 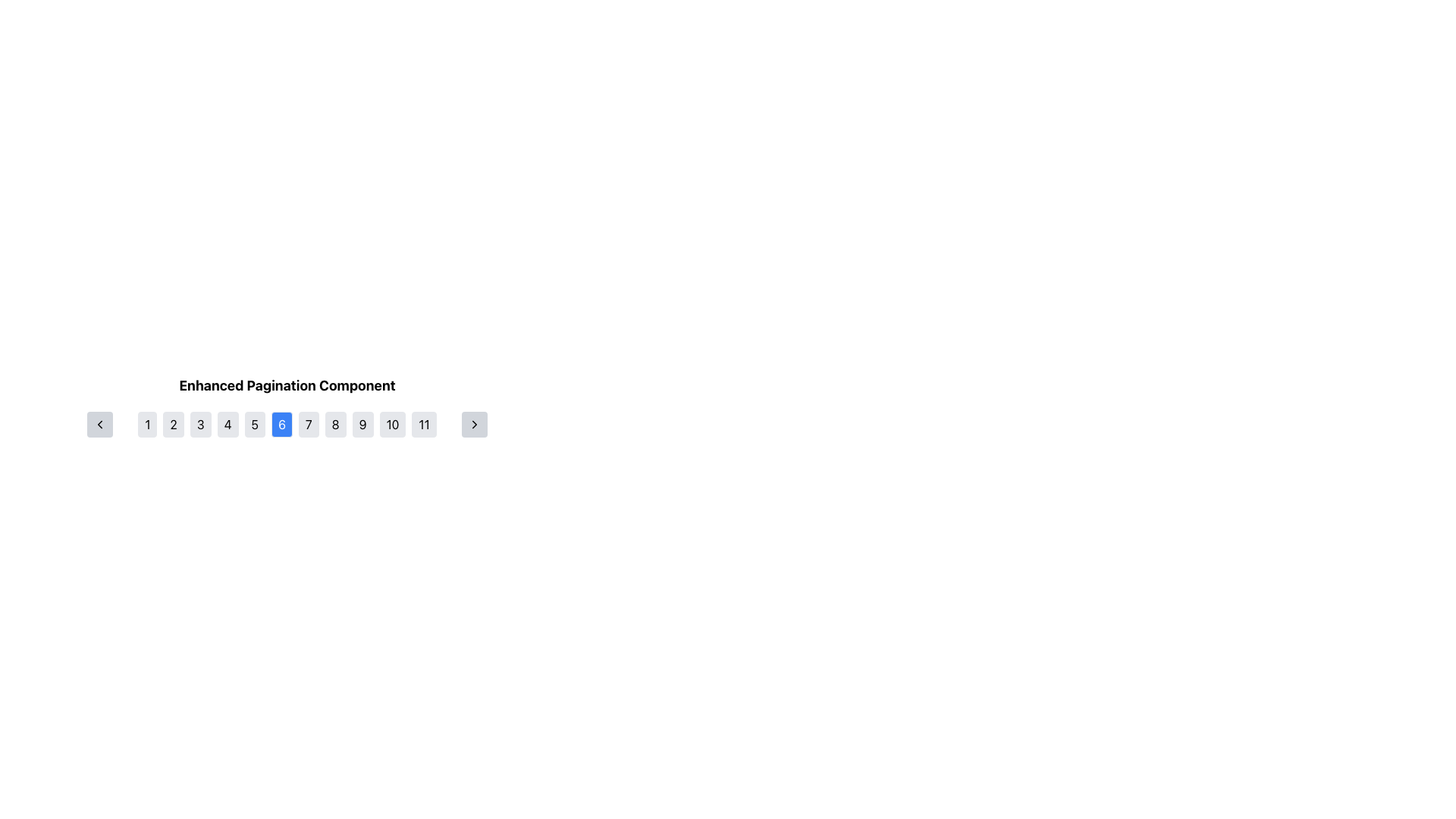 I want to click on the rectangular button labeled '8' with a gray background and rounded border, so click(x=334, y=424).